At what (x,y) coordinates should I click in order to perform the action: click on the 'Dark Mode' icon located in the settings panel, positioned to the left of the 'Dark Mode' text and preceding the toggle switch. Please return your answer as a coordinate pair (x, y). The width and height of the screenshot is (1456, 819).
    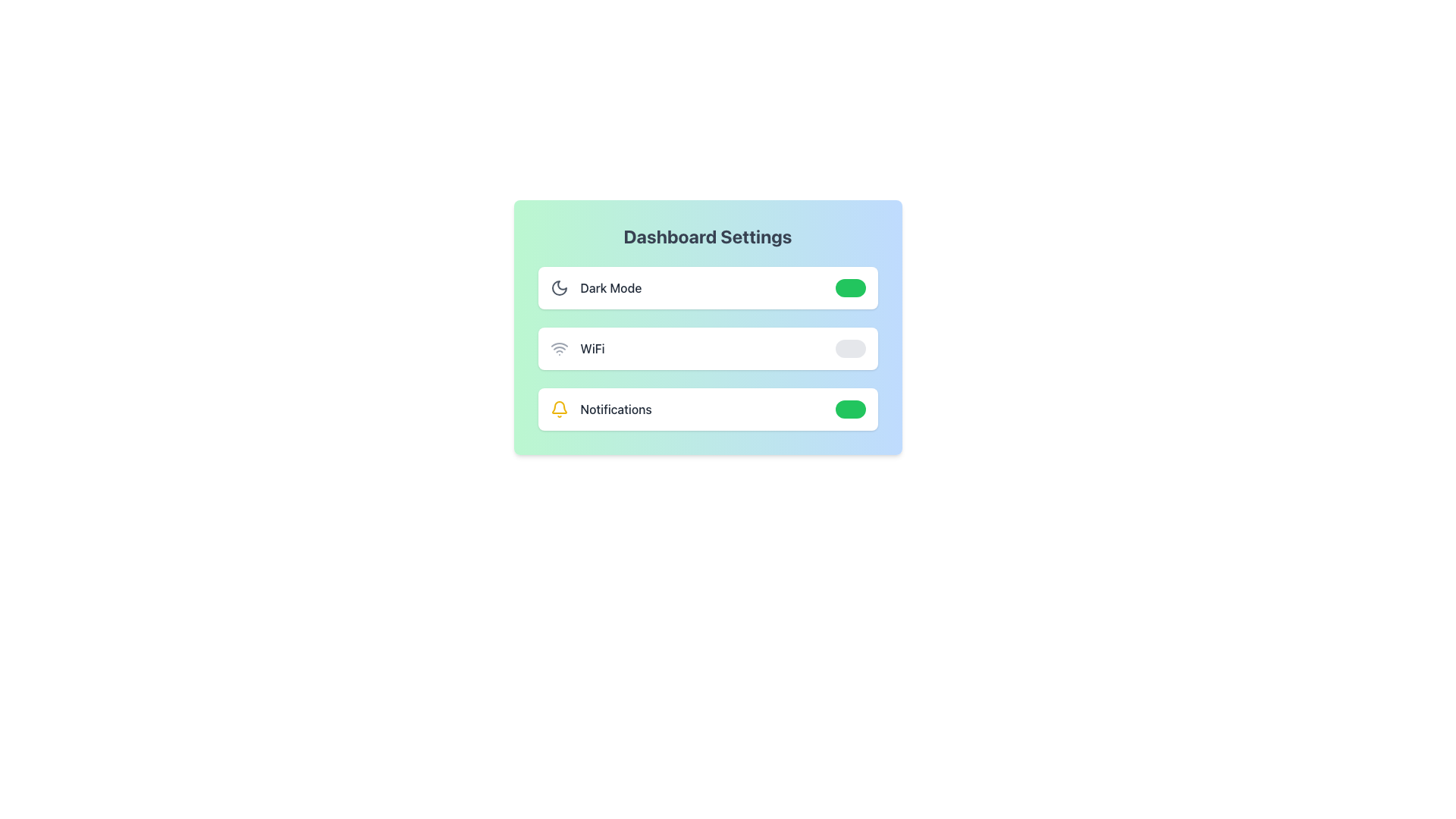
    Looking at the image, I should click on (558, 288).